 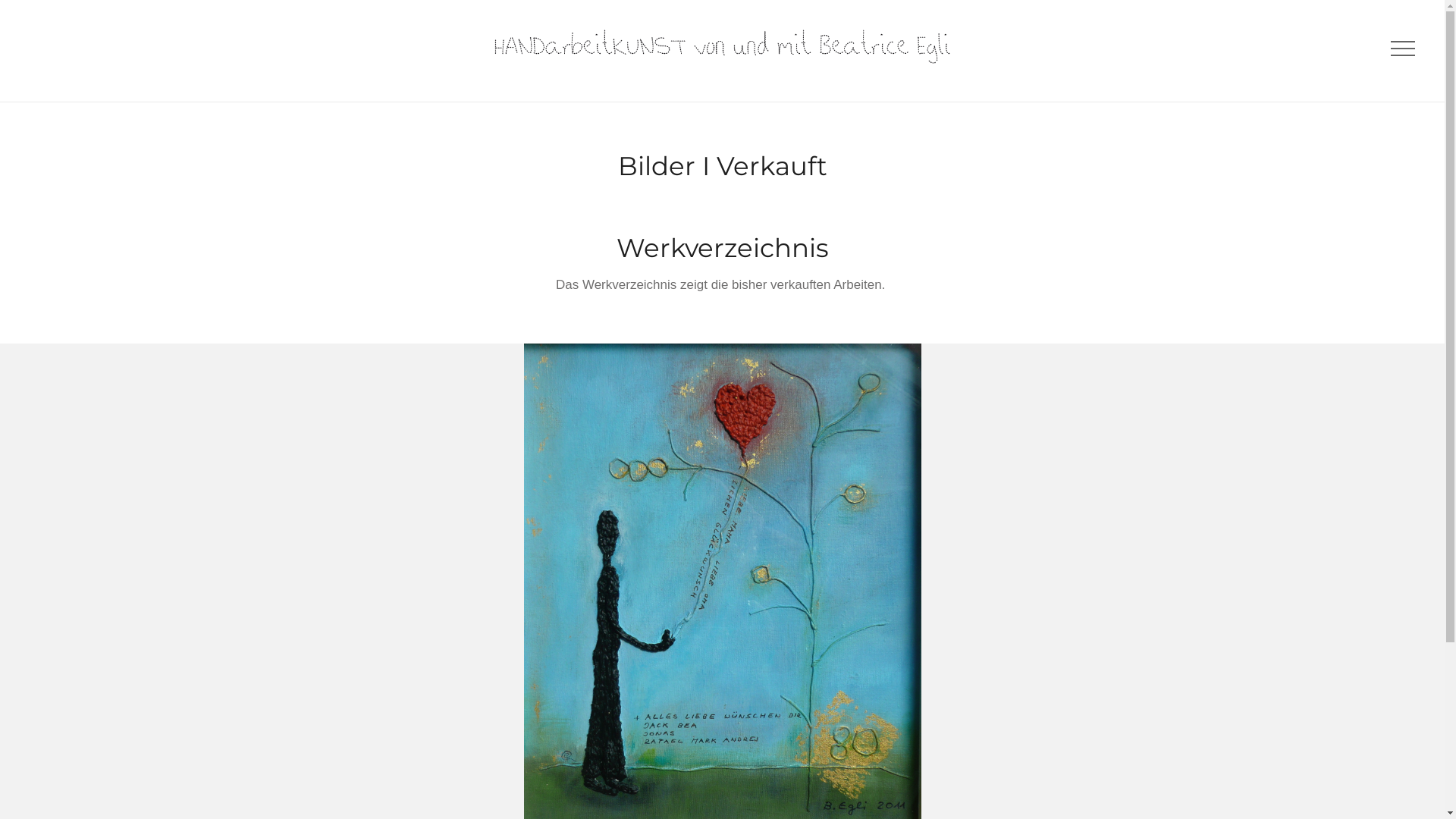 I want to click on 'MENU', so click(x=1400, y=49).